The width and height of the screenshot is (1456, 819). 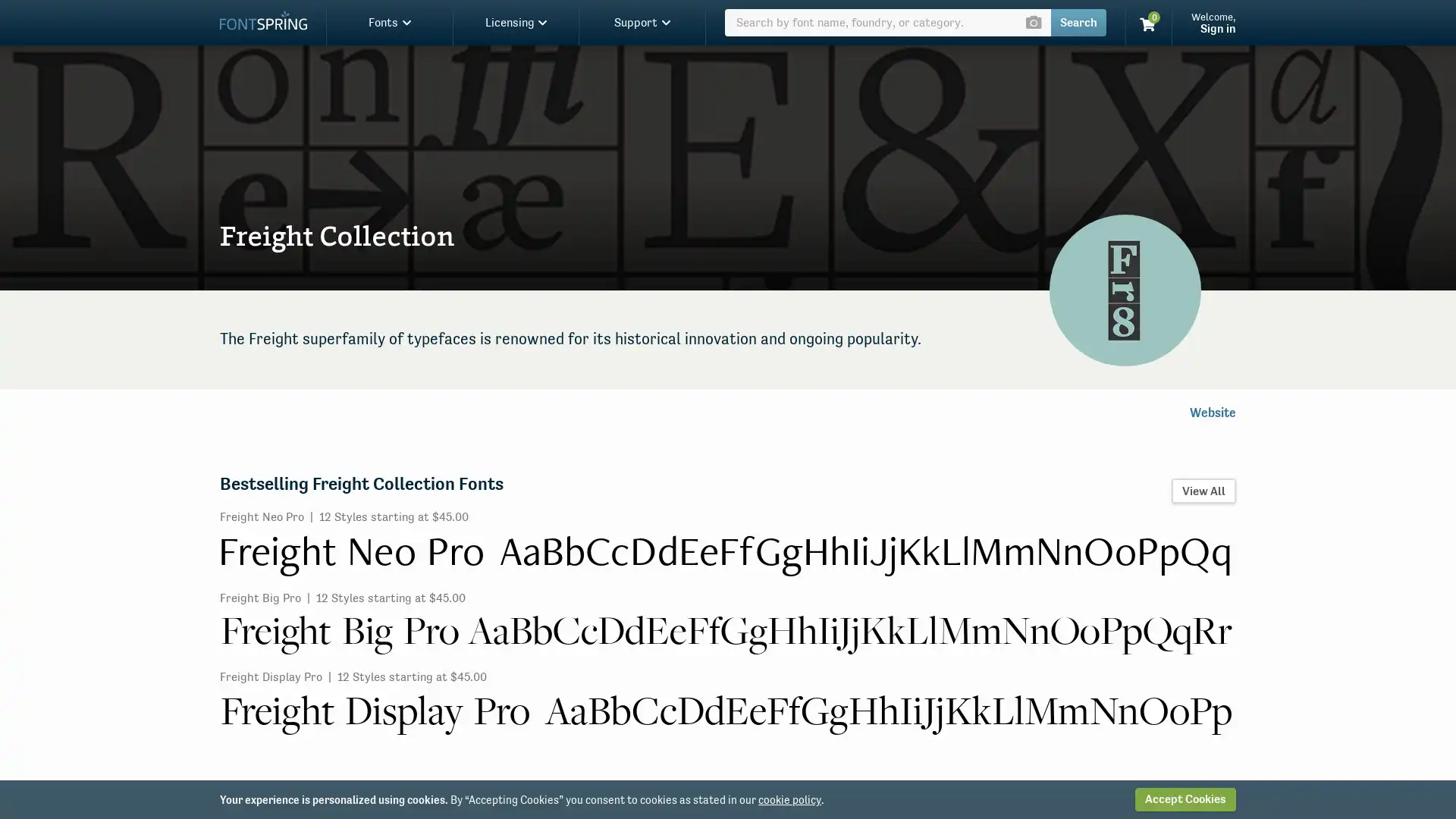 I want to click on Accept Cookies, so click(x=1185, y=799).